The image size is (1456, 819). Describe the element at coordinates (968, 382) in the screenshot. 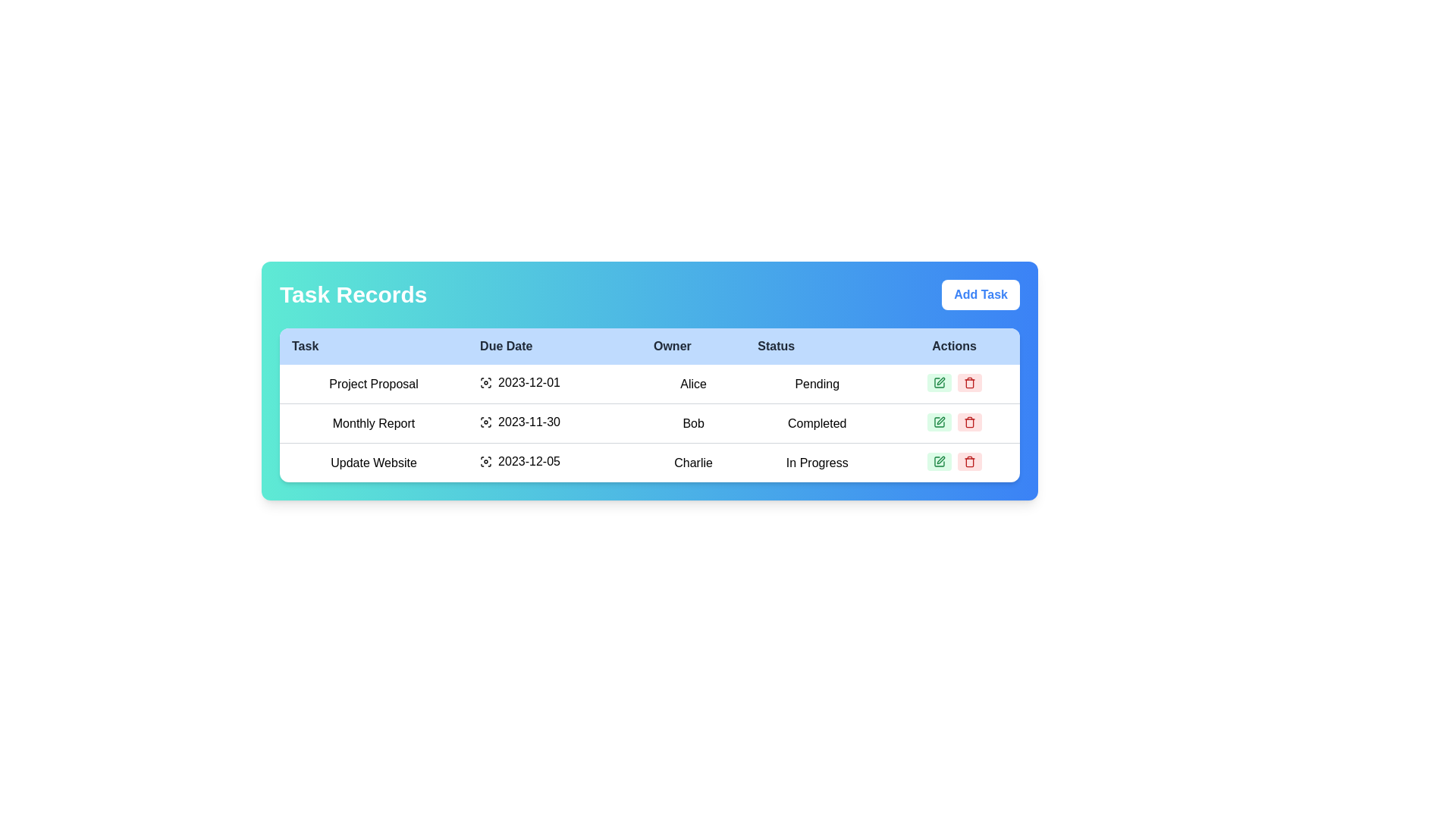

I see `the delete button located at the right end of the row in the 'Actions' column, adjacent to the green edit button, in the topmost row of the table` at that location.